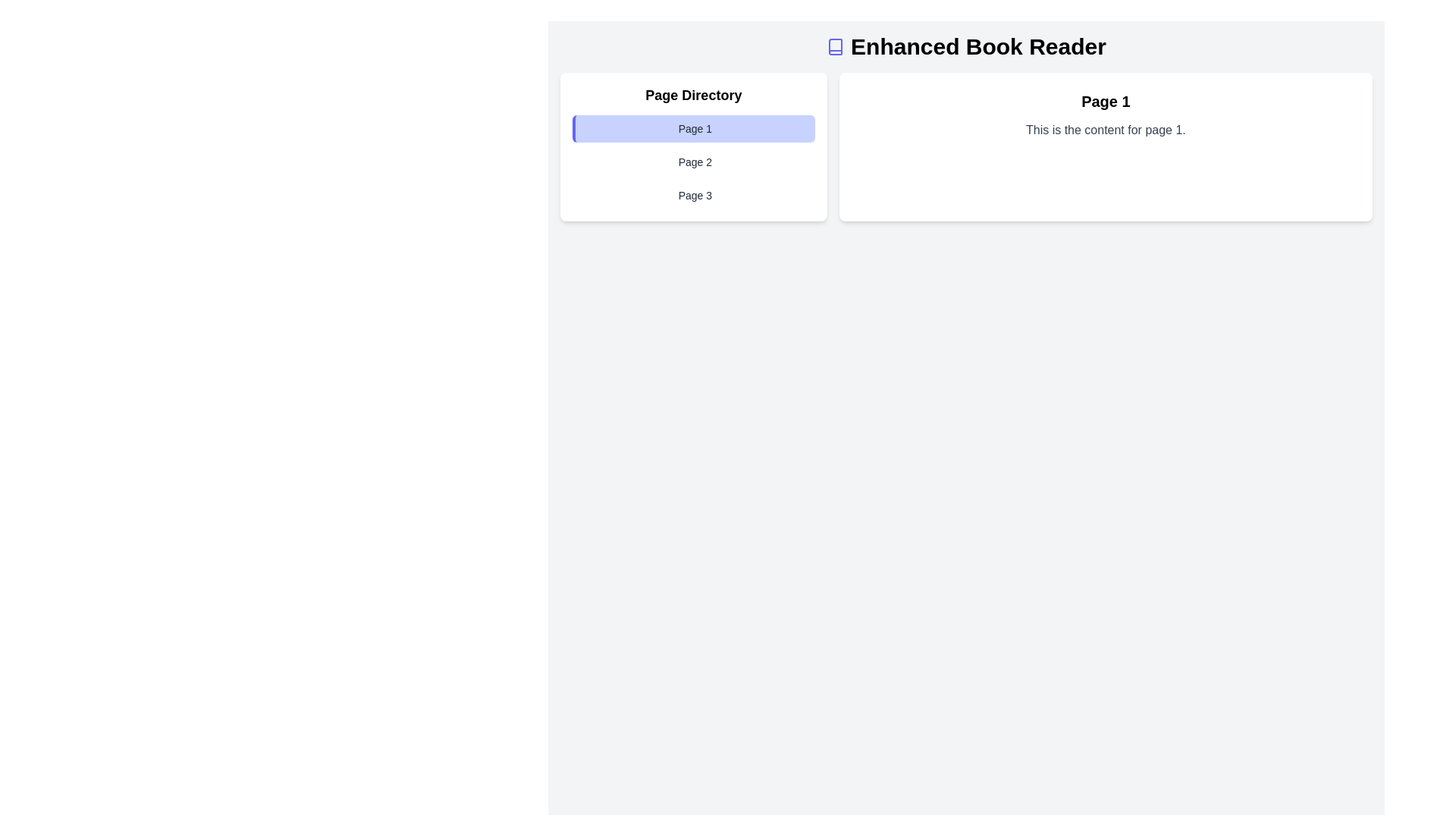 The image size is (1456, 819). Describe the element at coordinates (835, 45) in the screenshot. I see `the SVG-based Icon located at the top-center of the interface, positioned to the left of the text 'Enhanced Book Reader' to enhance visual branding` at that location.